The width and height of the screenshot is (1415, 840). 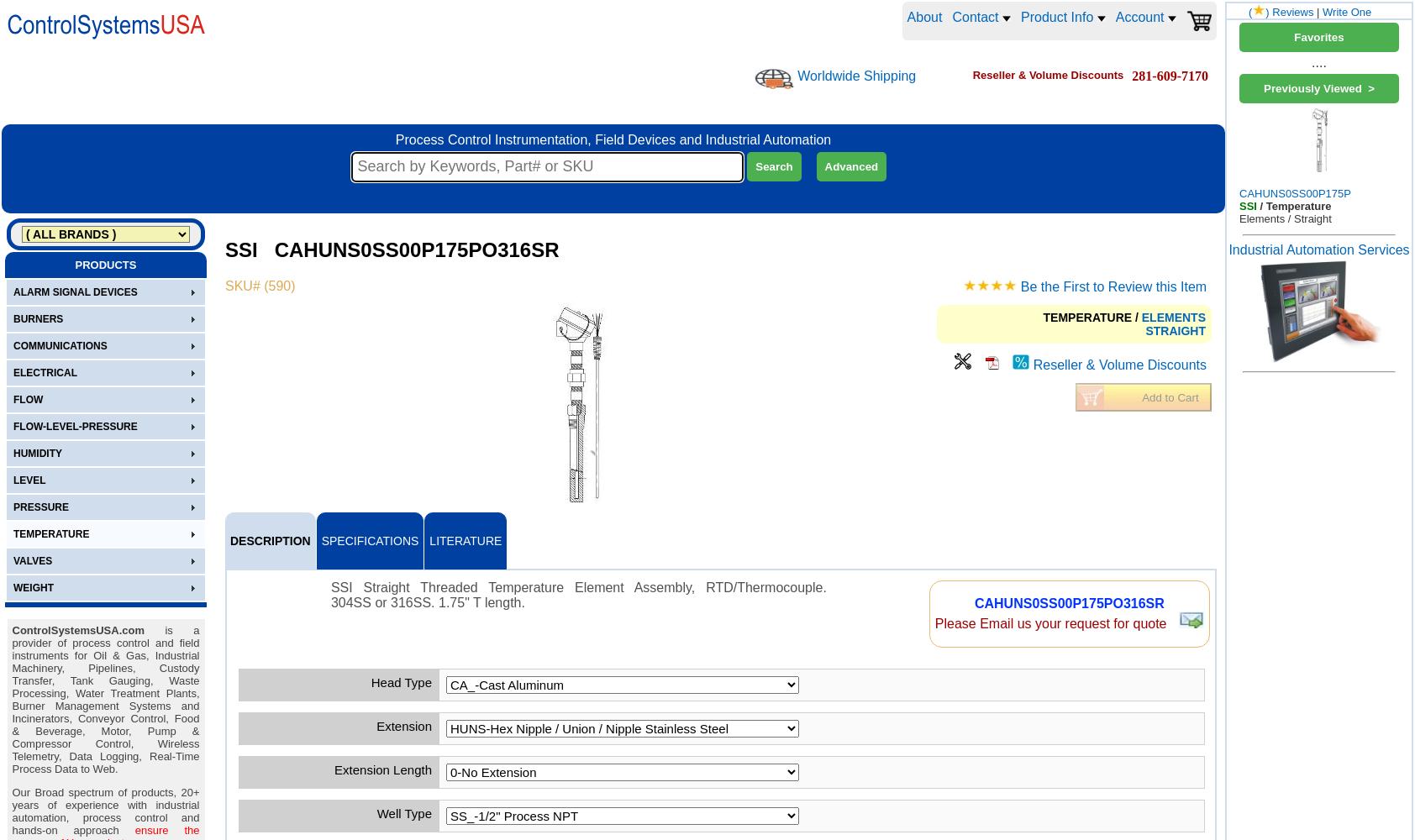 What do you see at coordinates (1285, 218) in the screenshot?
I see `'Elements / Straight'` at bounding box center [1285, 218].